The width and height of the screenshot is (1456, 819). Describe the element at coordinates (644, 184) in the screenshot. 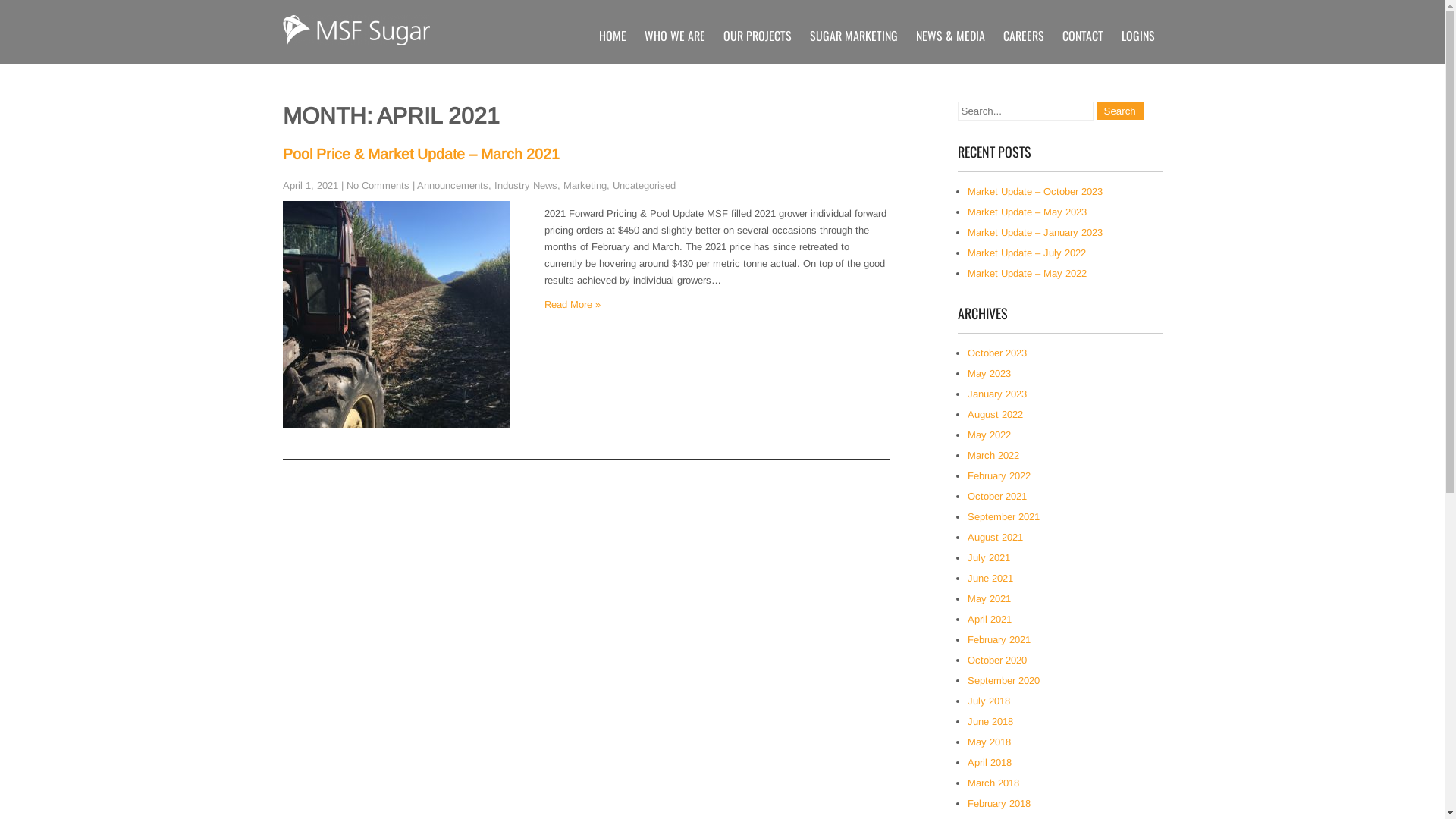

I see `'Uncategorised'` at that location.